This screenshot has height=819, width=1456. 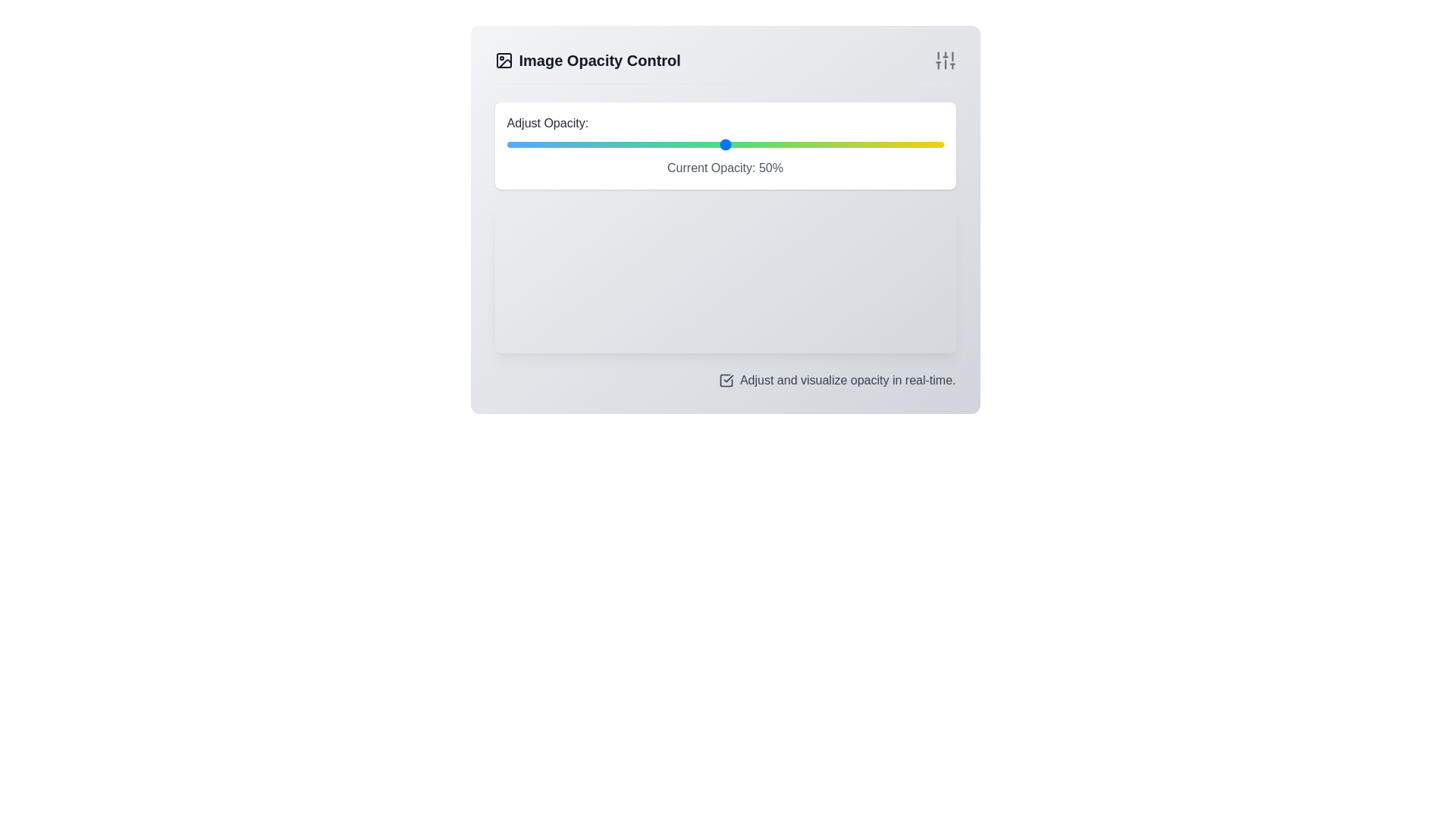 I want to click on the opacity value, so click(x=598, y=145).